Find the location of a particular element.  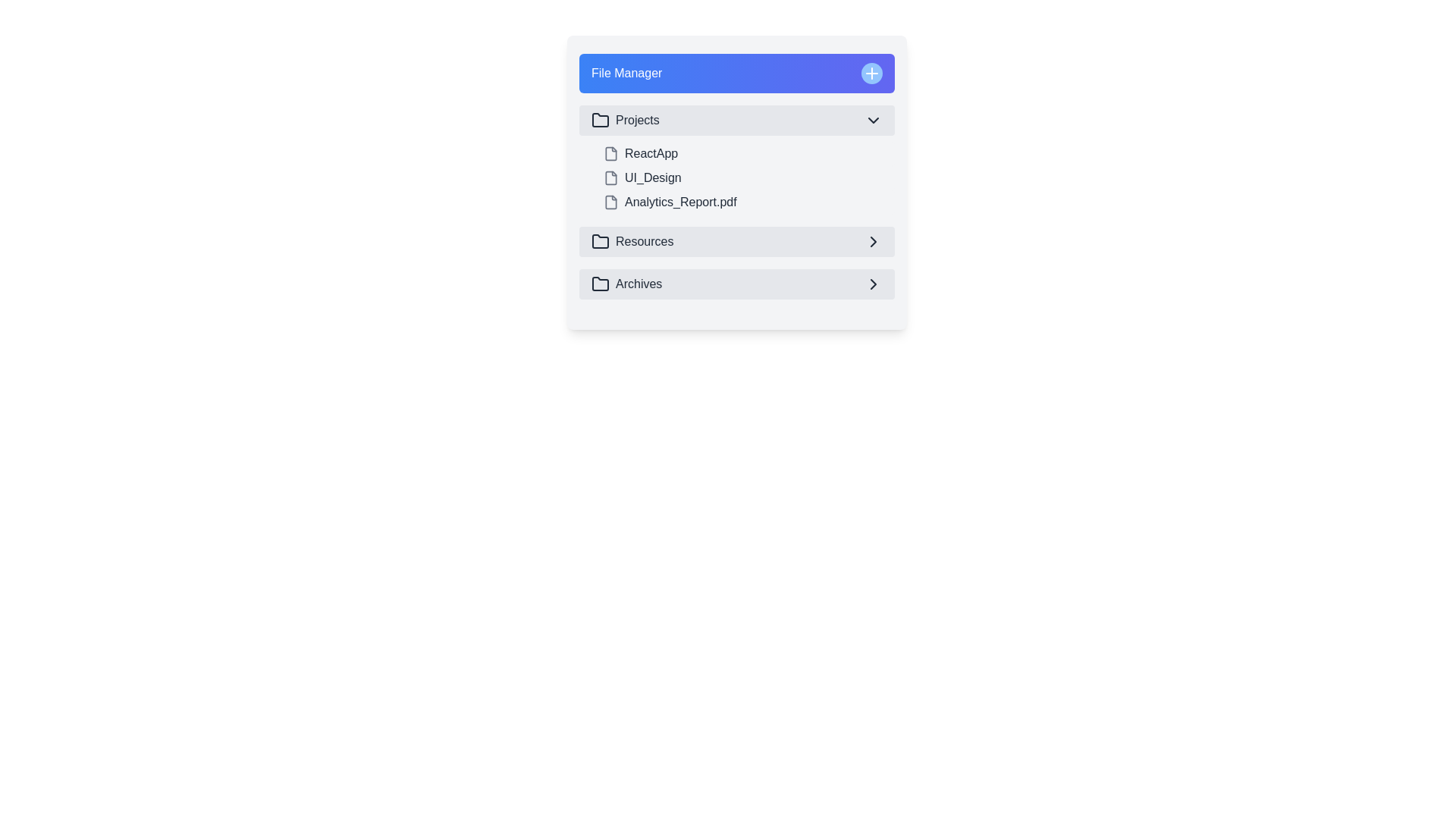

the 'Archives' folder item in the file manager interface is located at coordinates (736, 284).